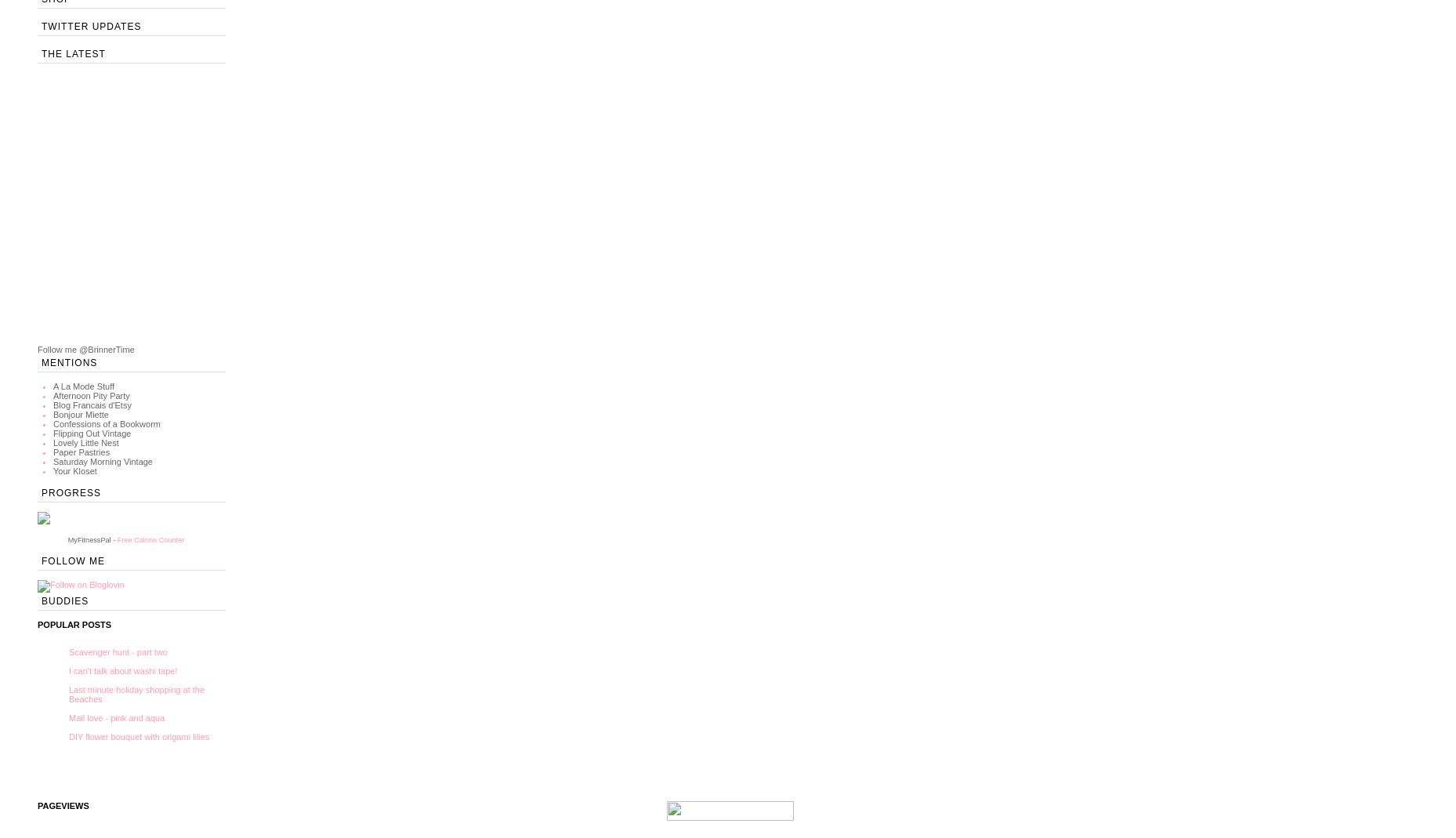 Image resolution: width=1456 pixels, height=838 pixels. Describe the element at coordinates (81, 452) in the screenshot. I see `'Paper Pastries'` at that location.